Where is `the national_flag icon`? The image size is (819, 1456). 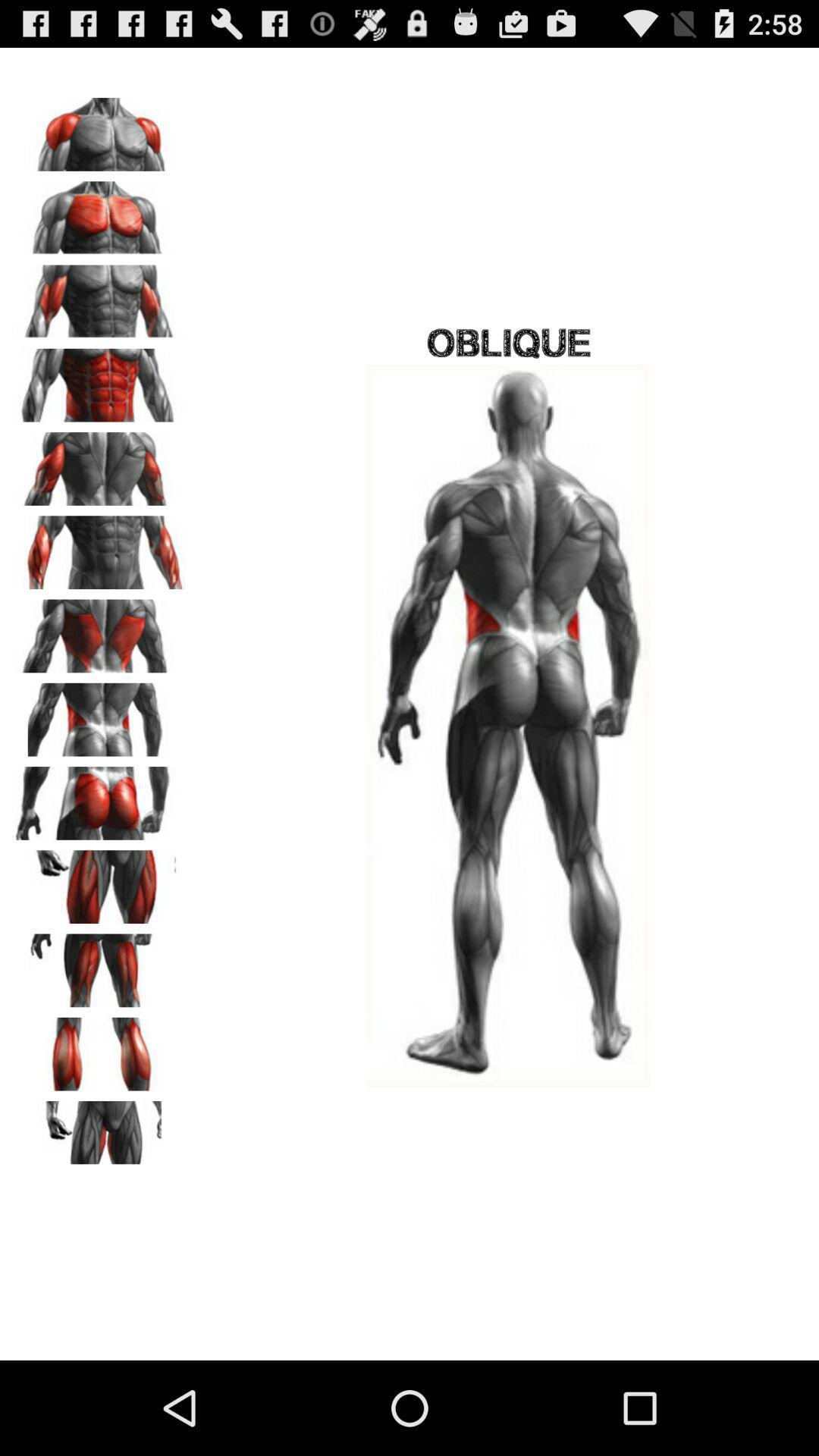
the national_flag icon is located at coordinates (99, 1211).